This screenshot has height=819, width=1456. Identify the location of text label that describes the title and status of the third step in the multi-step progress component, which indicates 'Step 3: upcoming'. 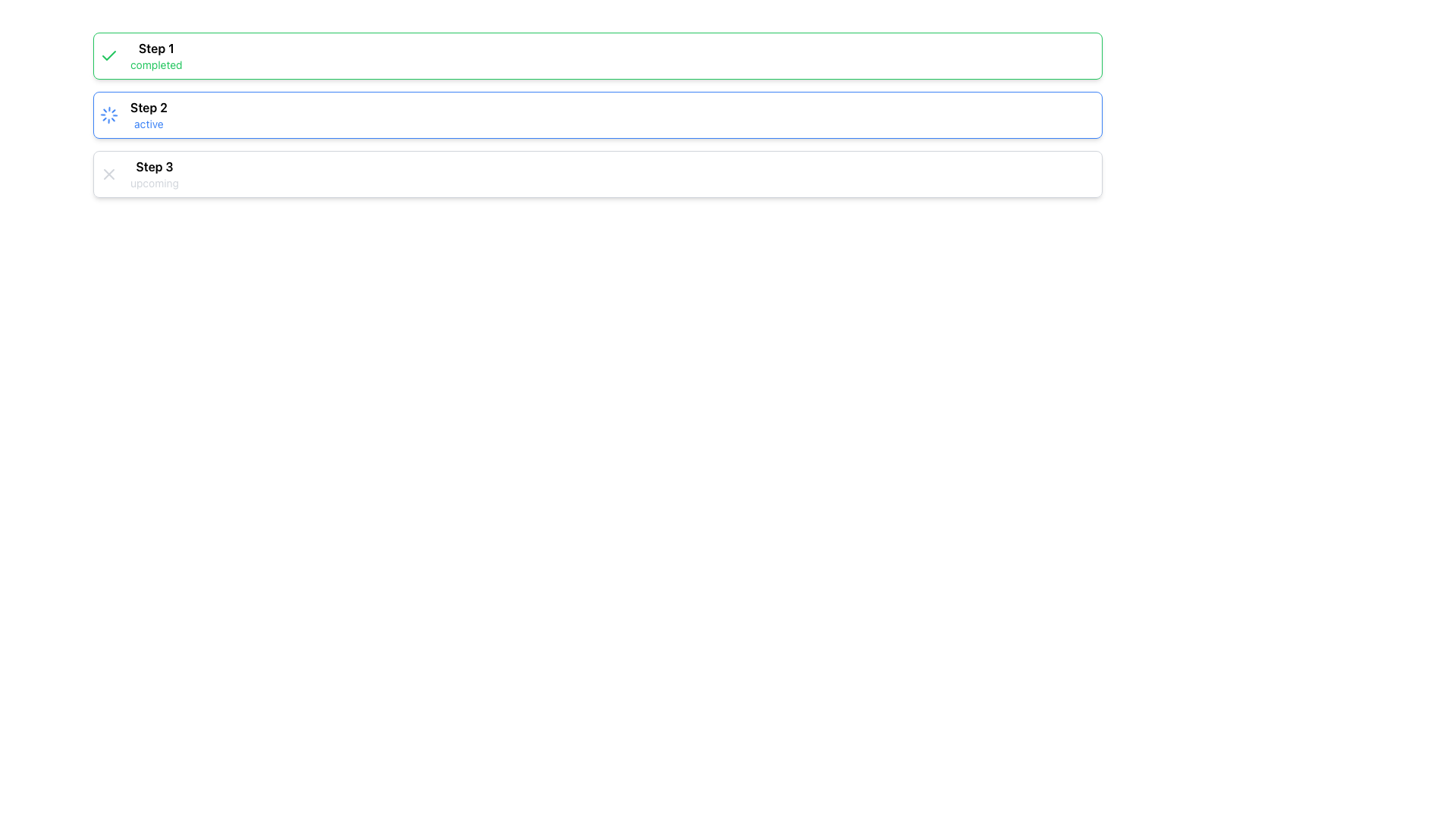
(154, 174).